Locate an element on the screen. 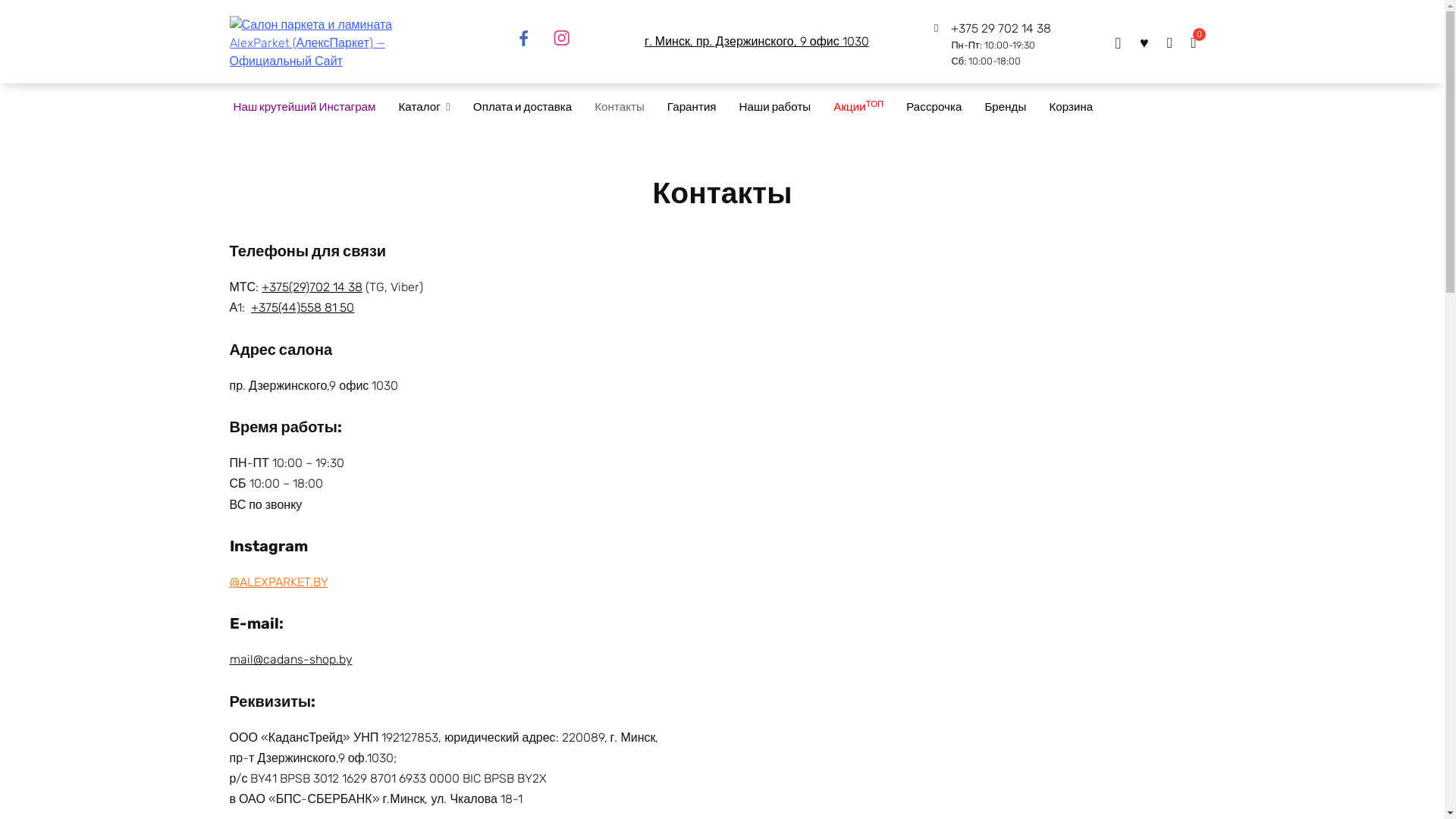  '0' is located at coordinates (1197, 41).